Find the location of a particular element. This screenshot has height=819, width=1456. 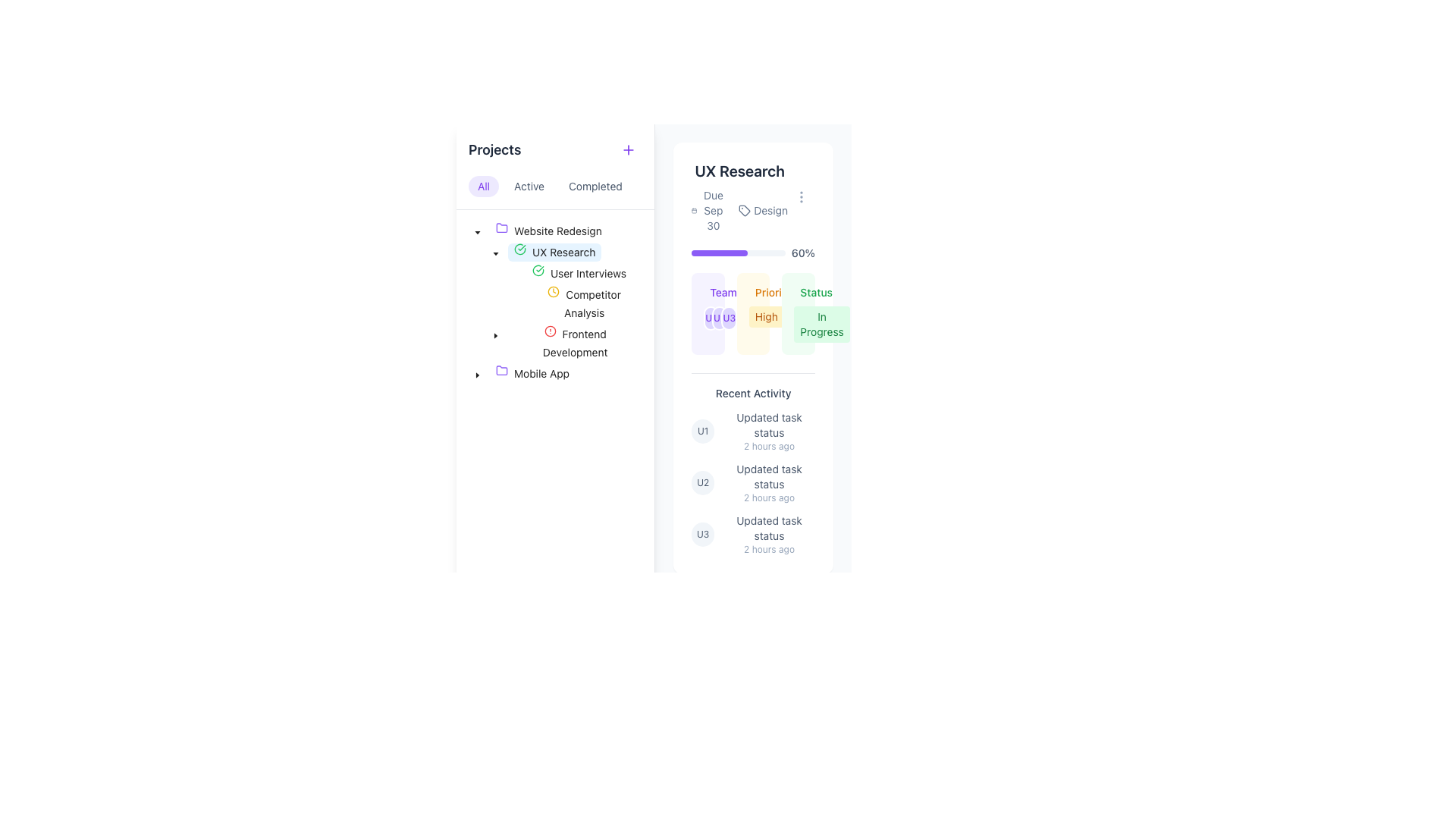

the Label with accompanying icon in the 'UX Research' section, located below 'Due Sep 30' and to the right of the tag icon is located at coordinates (763, 210).